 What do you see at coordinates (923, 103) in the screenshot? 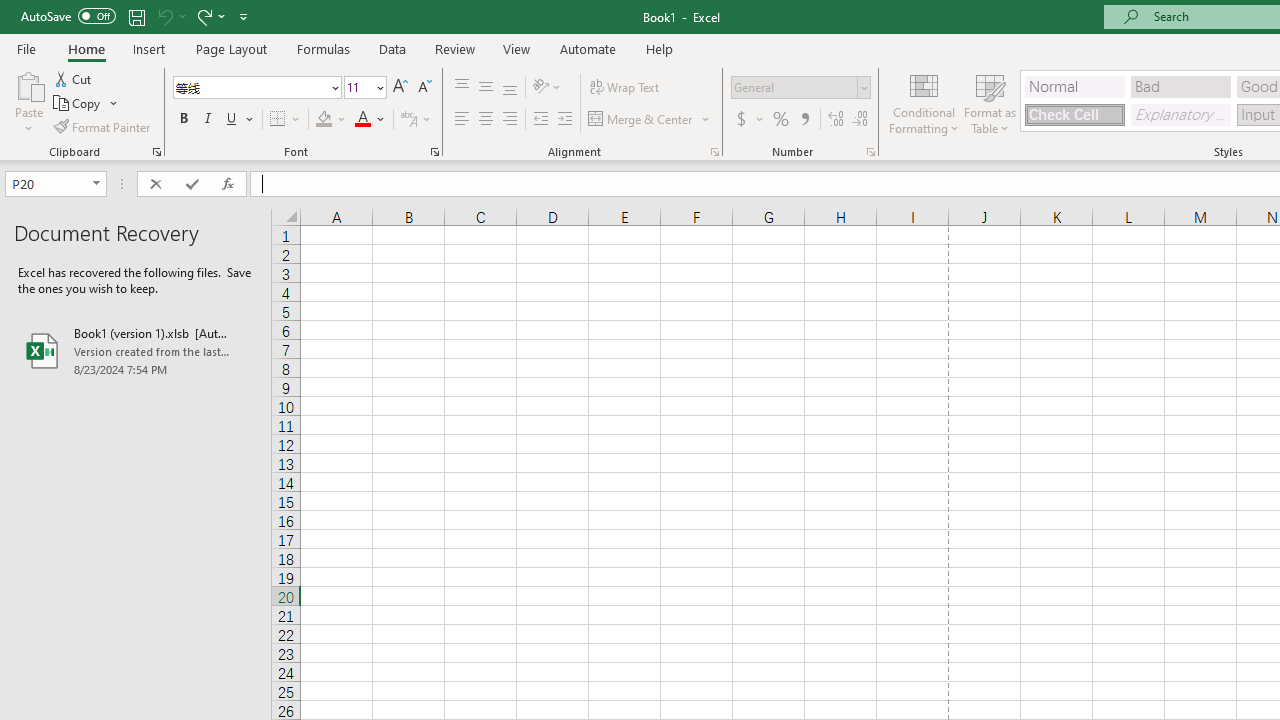
I see `'Conditional Formatting'` at bounding box center [923, 103].